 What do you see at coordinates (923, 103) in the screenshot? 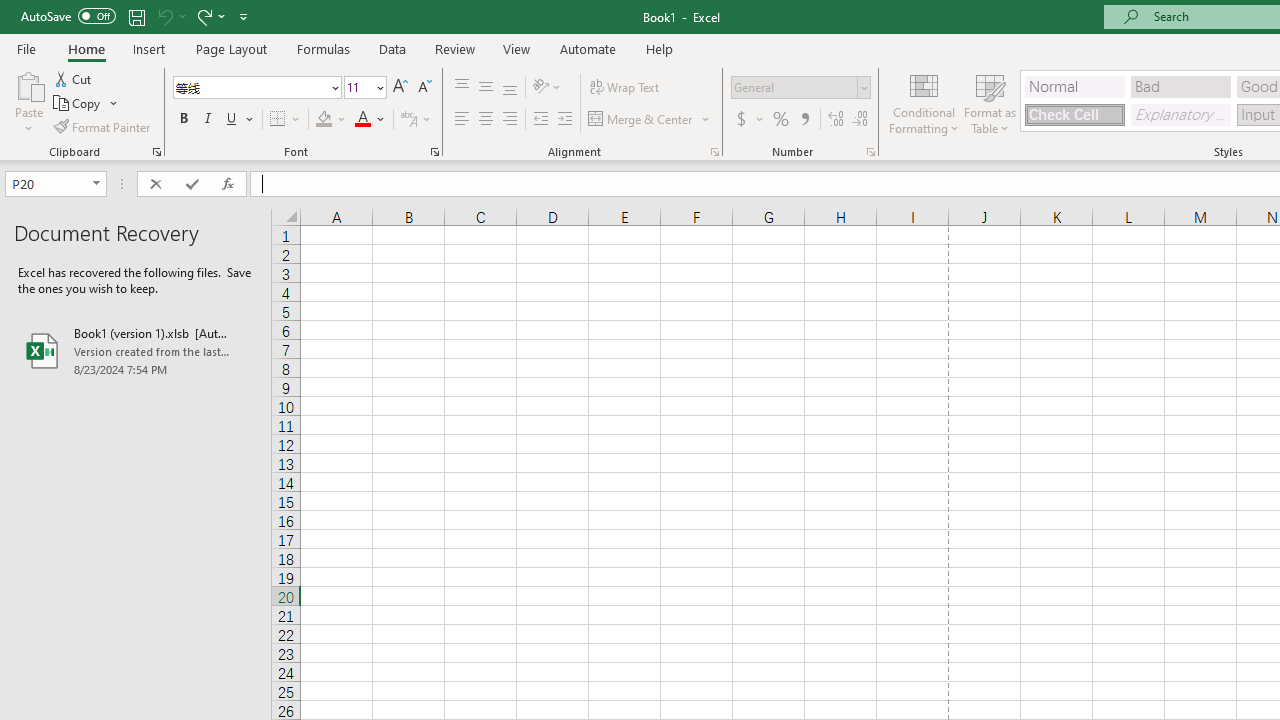
I see `'Conditional Formatting'` at bounding box center [923, 103].